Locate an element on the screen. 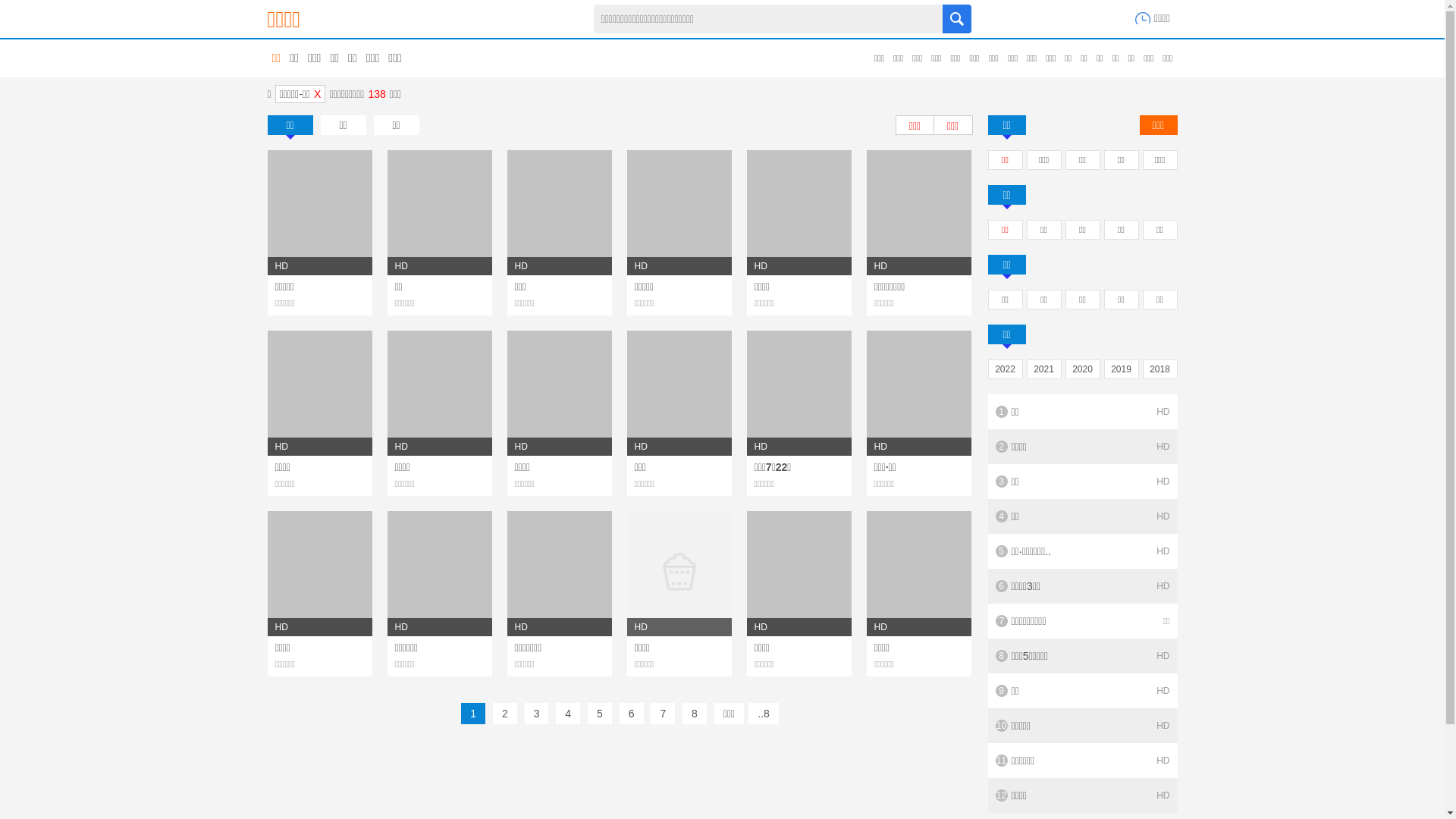 This screenshot has width=1456, height=819. '5' is located at coordinates (586, 714).